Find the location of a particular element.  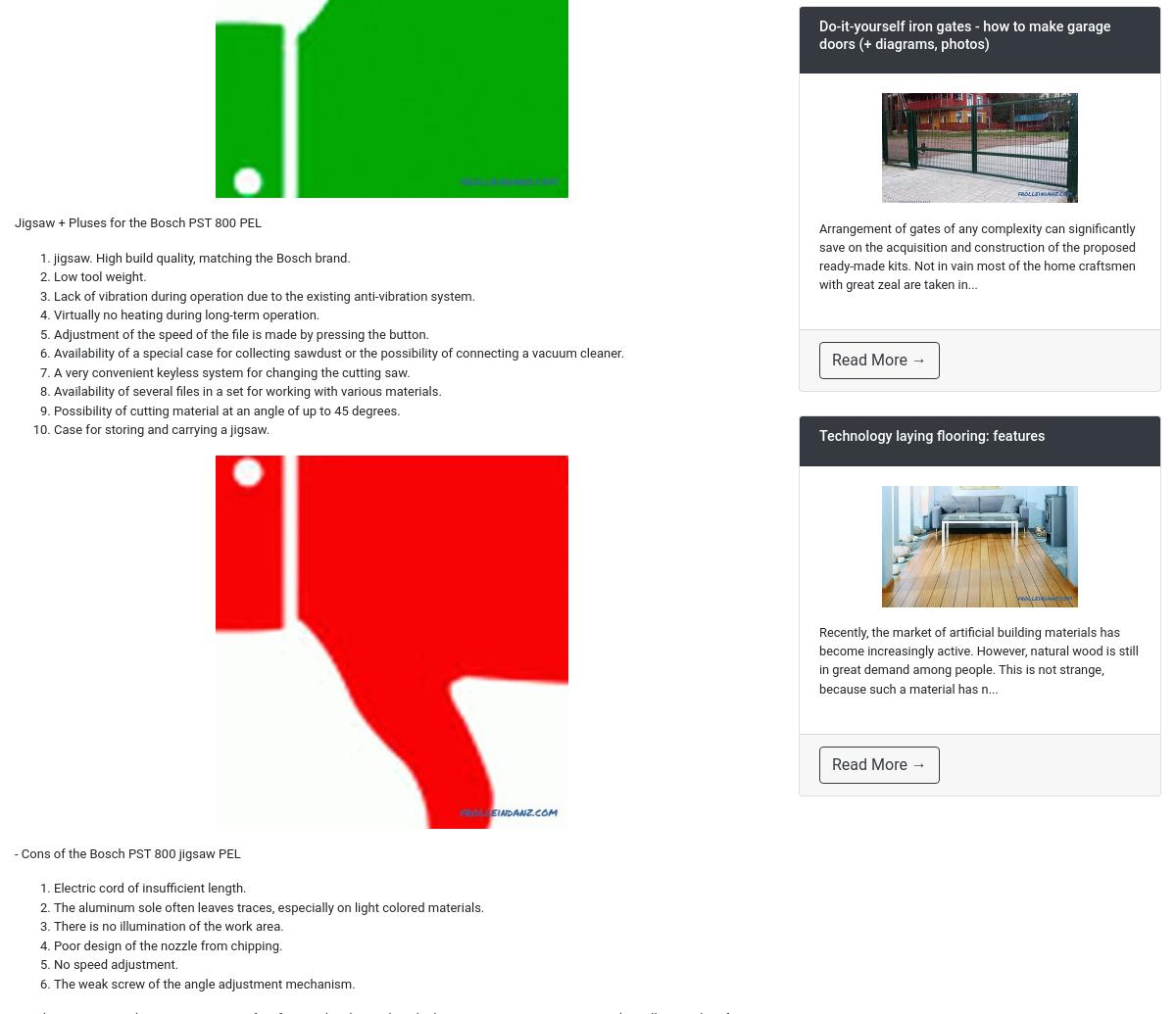

'Technology laying flooring: features' is located at coordinates (818, 436).